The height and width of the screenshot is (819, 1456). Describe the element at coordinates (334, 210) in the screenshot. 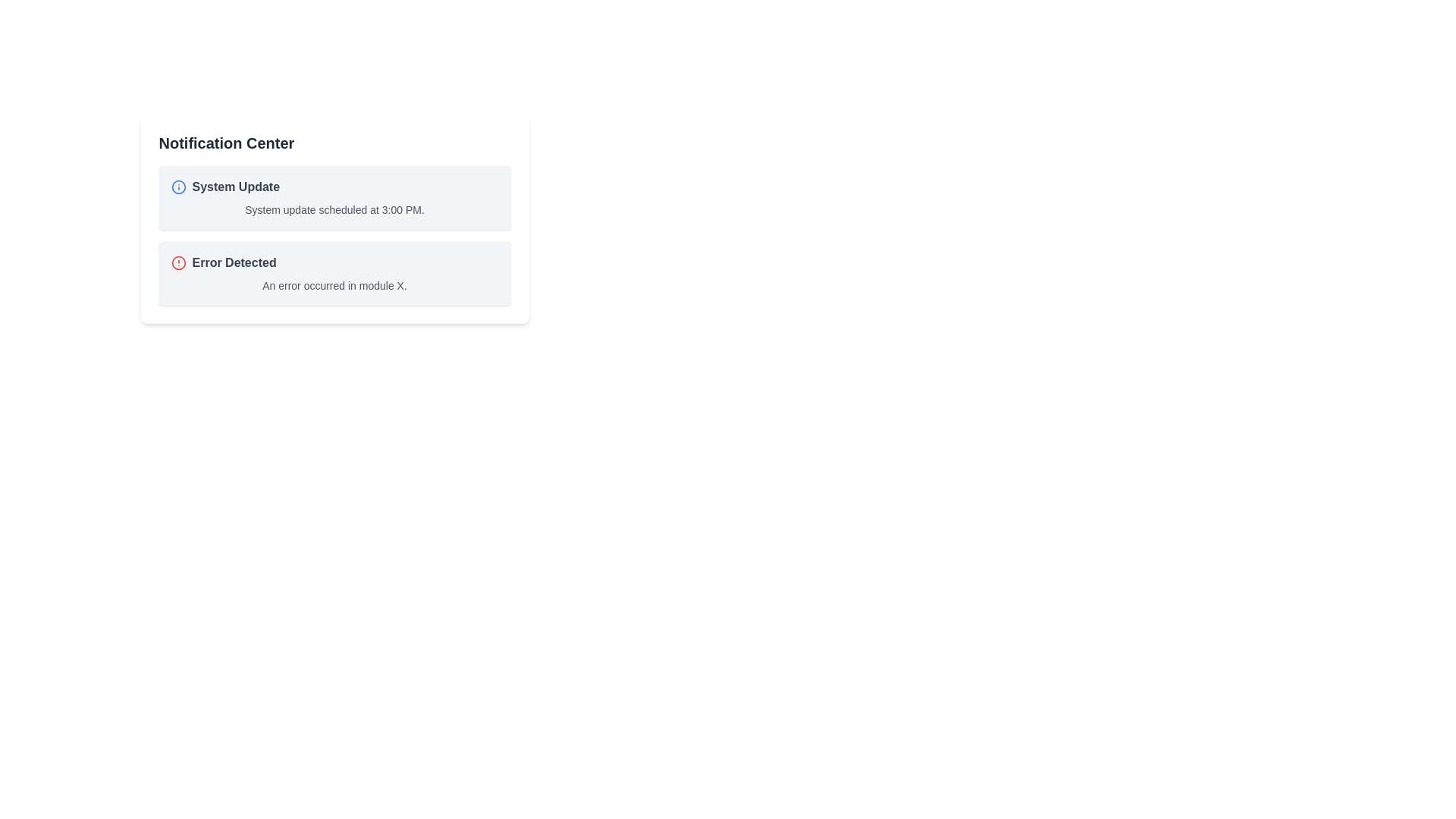

I see `the notification message about the scheduled system update located in the 'System Update' section, centered within the notification box` at that location.